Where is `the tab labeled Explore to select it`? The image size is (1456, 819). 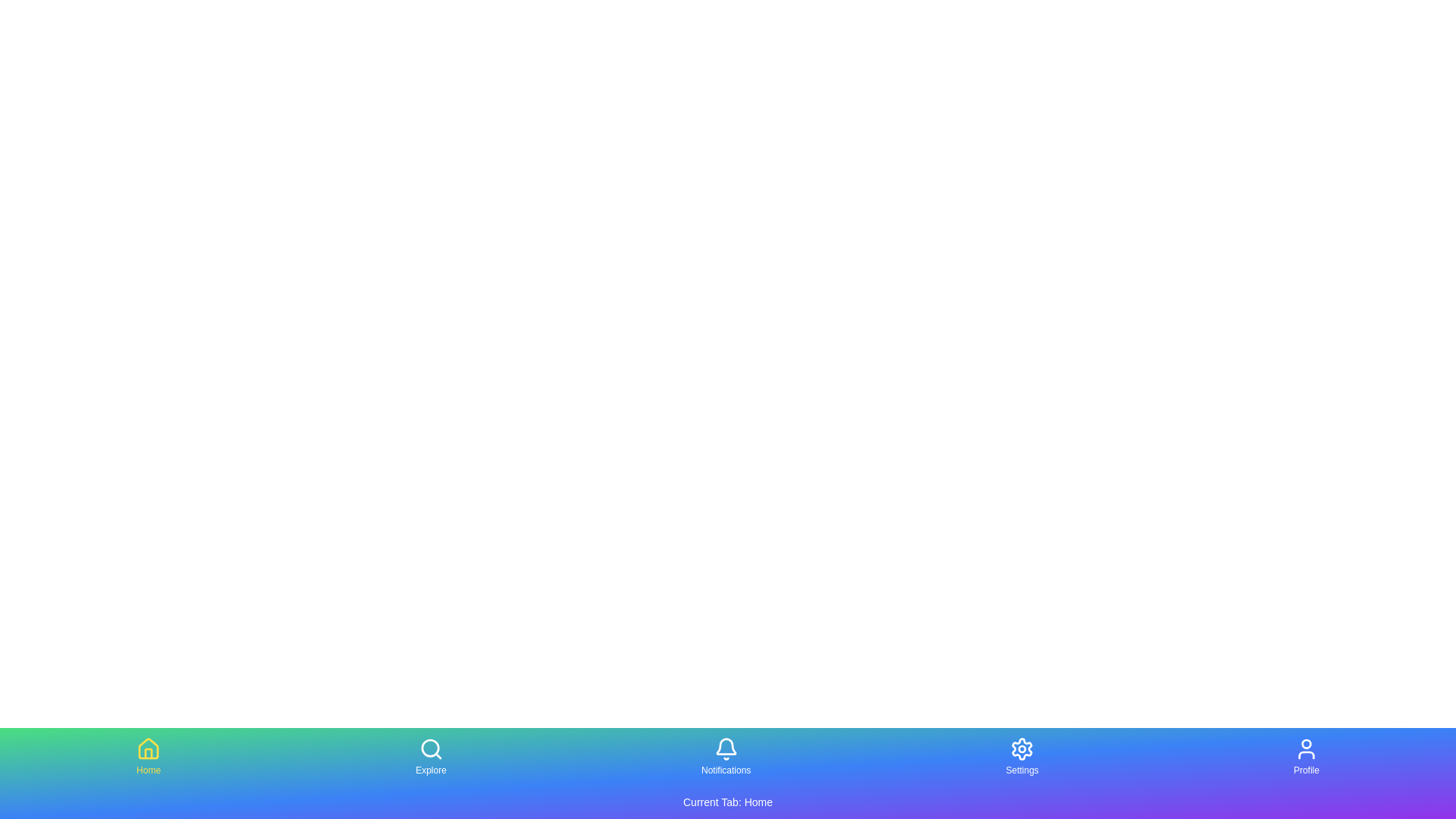
the tab labeled Explore to select it is located at coordinates (429, 757).